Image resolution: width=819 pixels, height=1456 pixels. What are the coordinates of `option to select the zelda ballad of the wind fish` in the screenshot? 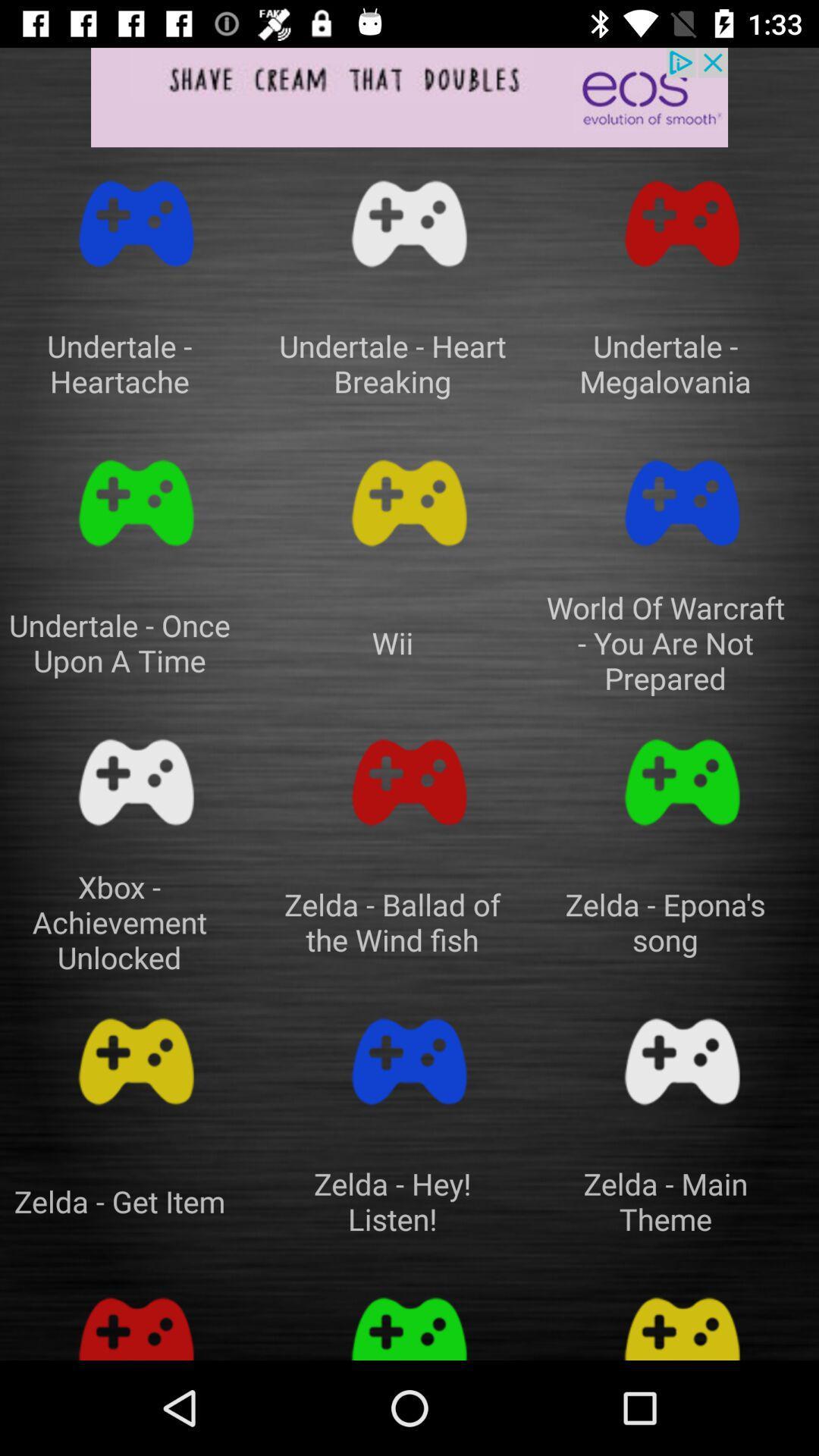 It's located at (409, 783).